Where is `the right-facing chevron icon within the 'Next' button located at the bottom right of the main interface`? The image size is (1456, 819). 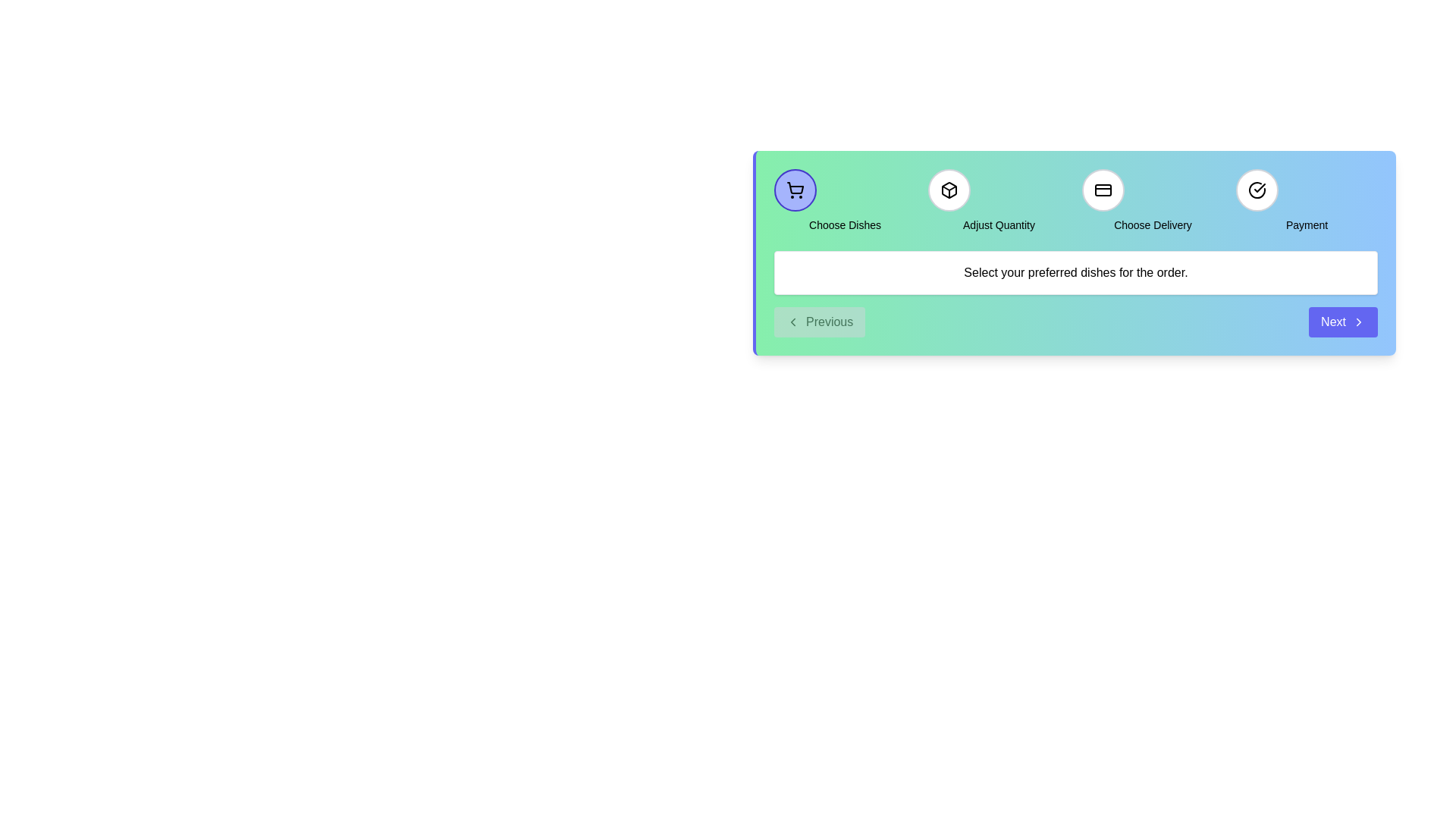 the right-facing chevron icon within the 'Next' button located at the bottom right of the main interface is located at coordinates (1358, 321).